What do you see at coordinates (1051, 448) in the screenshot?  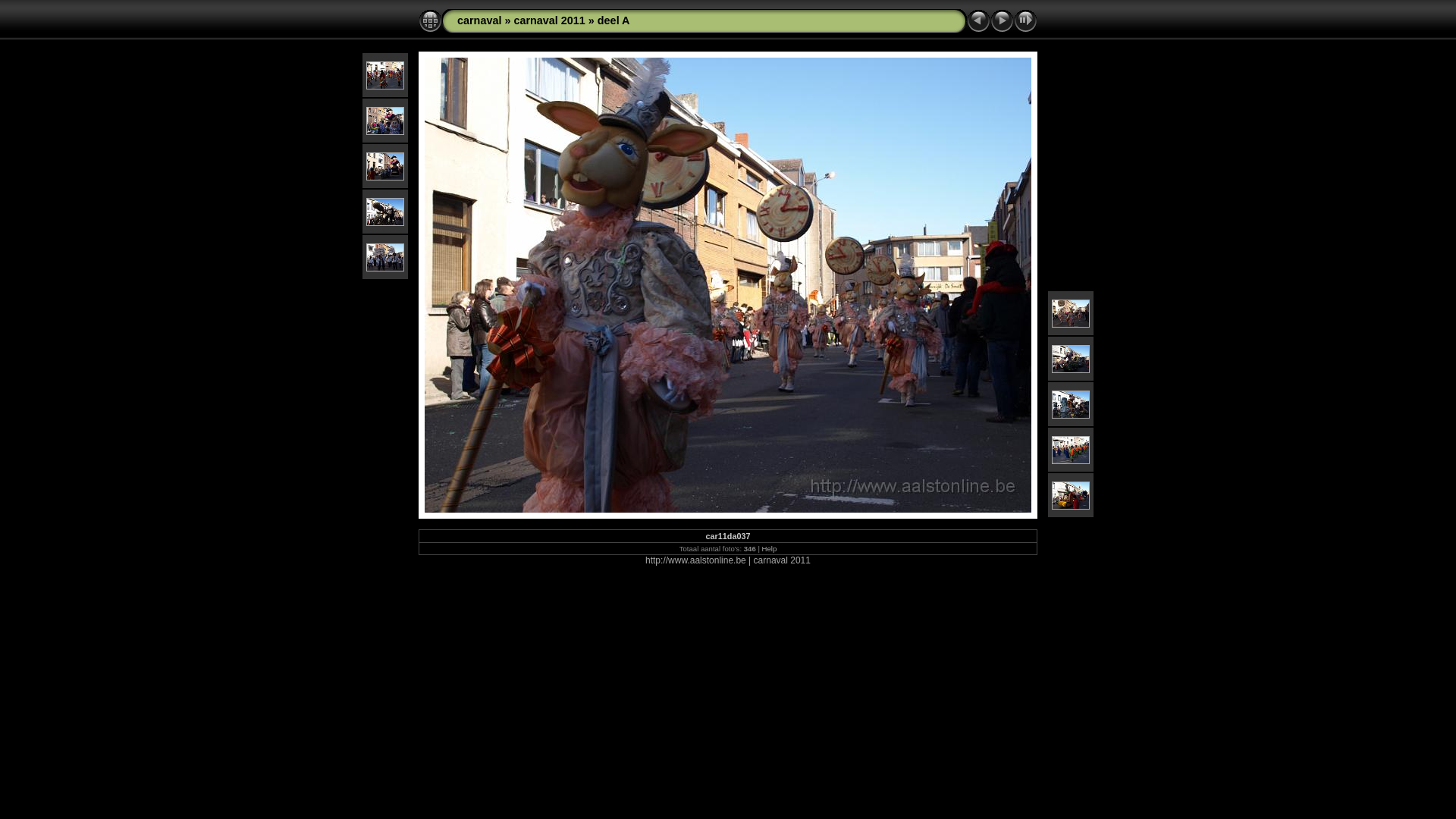 I see `' car11da048.JPG '` at bounding box center [1051, 448].